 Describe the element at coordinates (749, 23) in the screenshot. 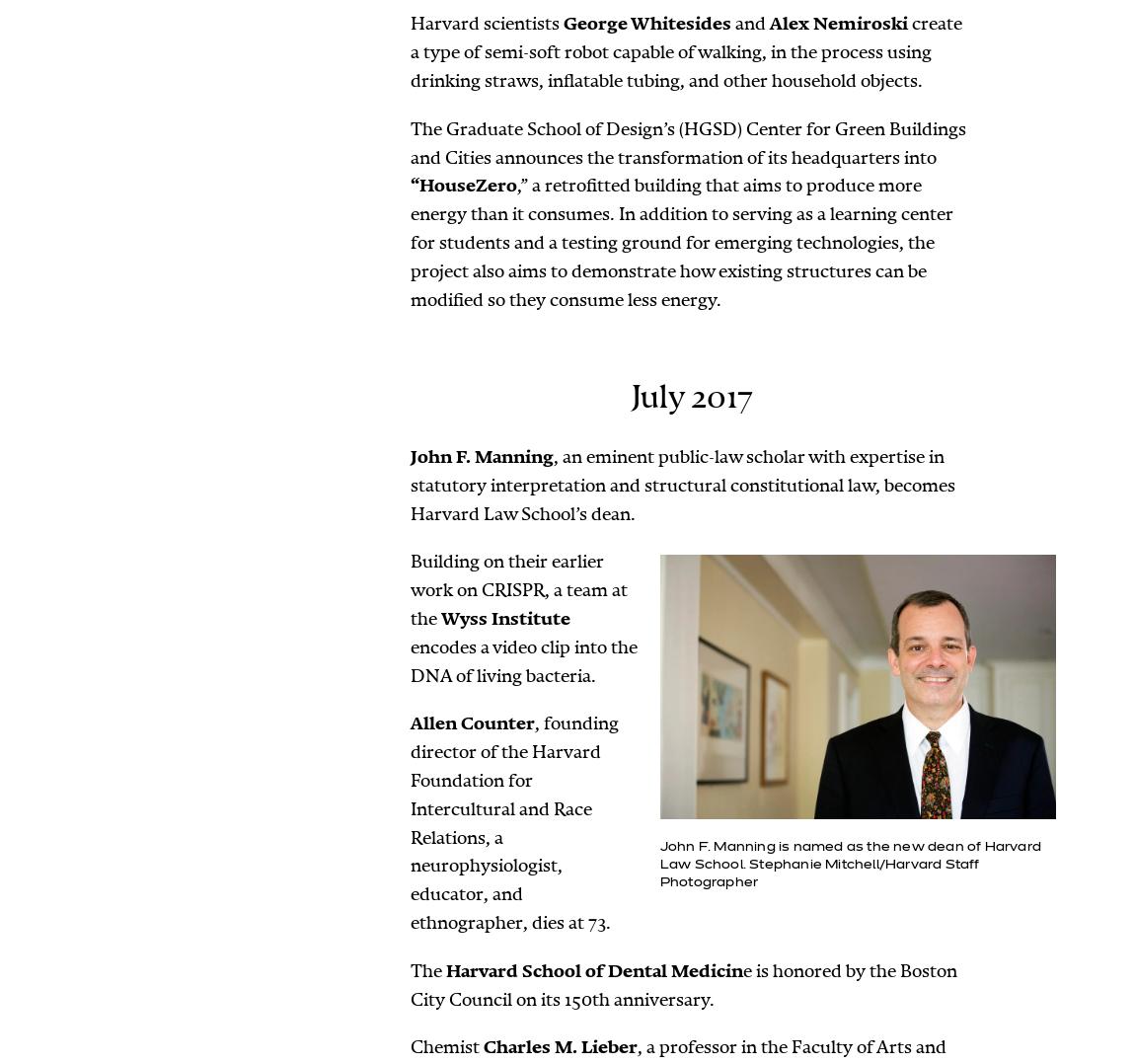

I see `'and'` at that location.